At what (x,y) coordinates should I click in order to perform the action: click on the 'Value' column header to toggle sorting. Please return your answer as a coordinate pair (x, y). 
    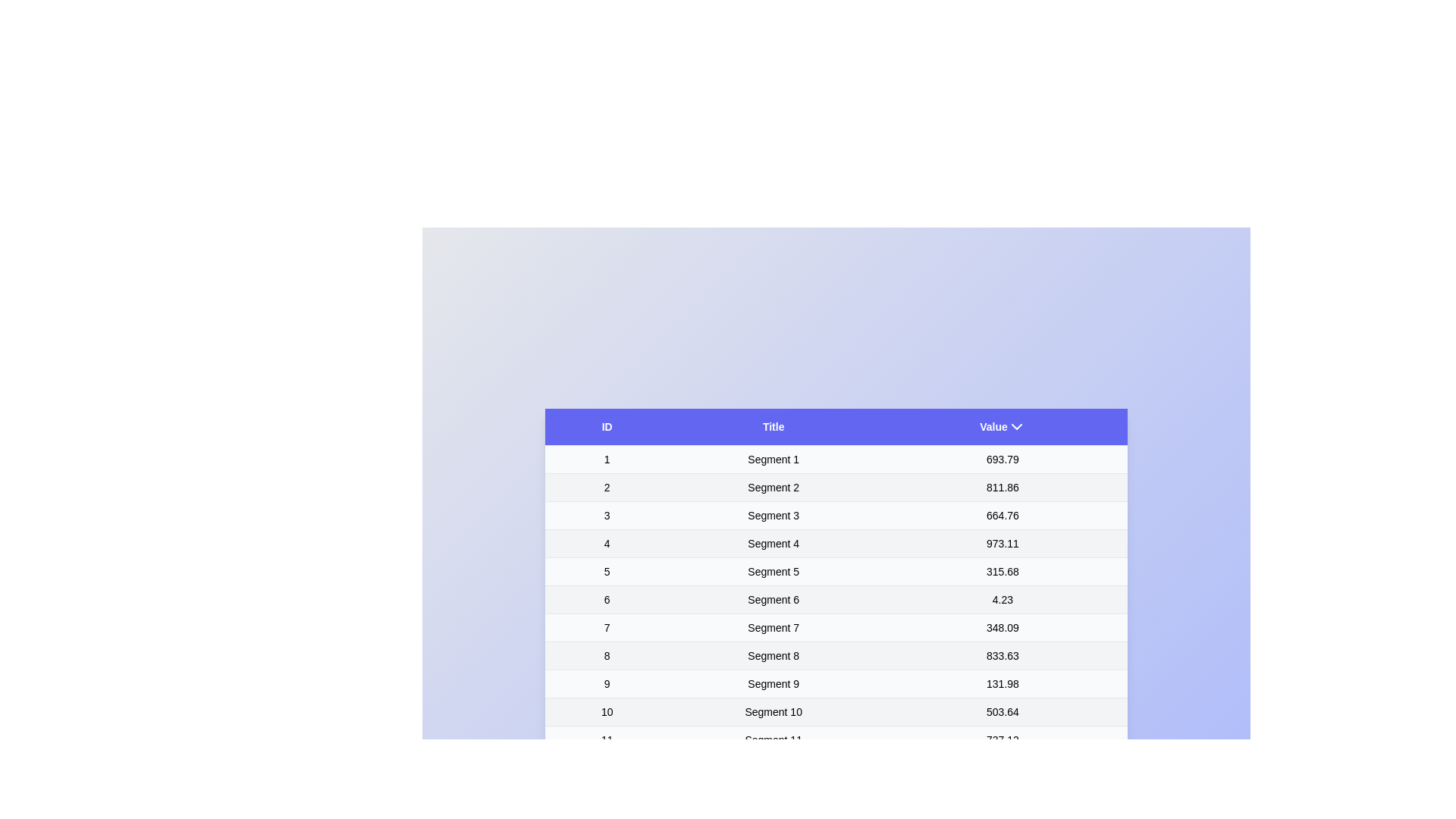
    Looking at the image, I should click on (1002, 426).